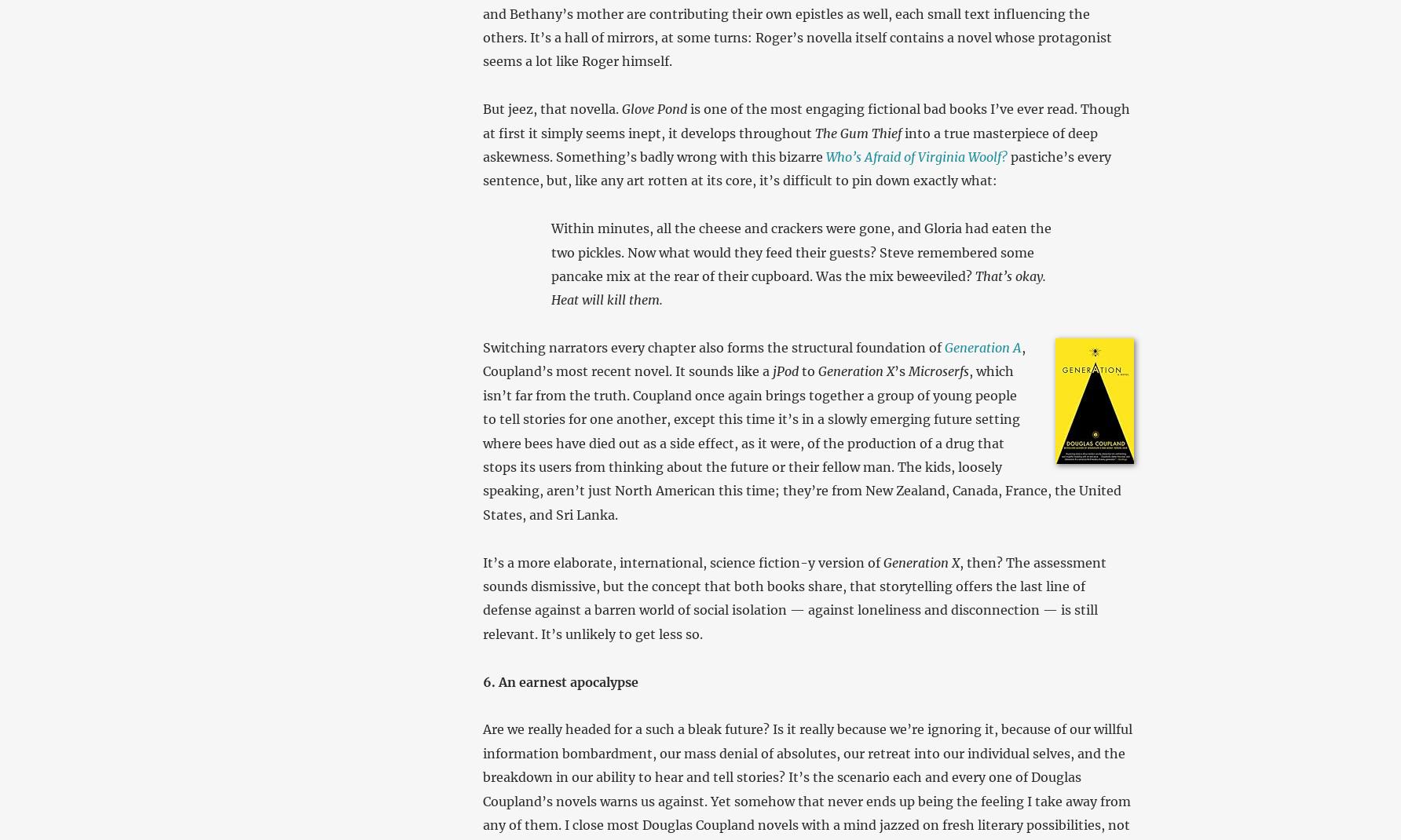 This screenshot has width=1401, height=840. I want to click on 'Glove Pond', so click(653, 108).